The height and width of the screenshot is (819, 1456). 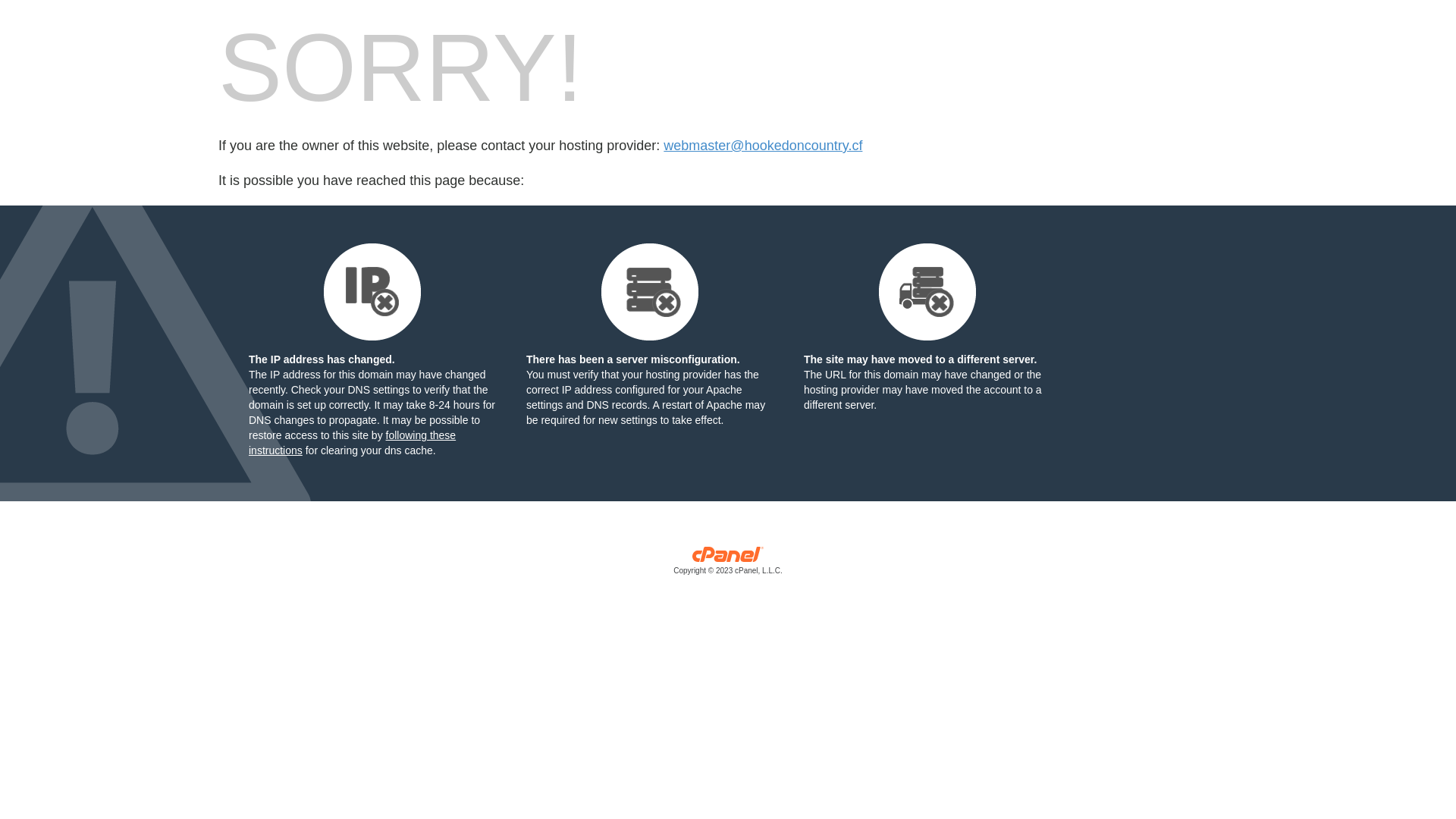 What do you see at coordinates (351, 442) in the screenshot?
I see `'following these instructions'` at bounding box center [351, 442].